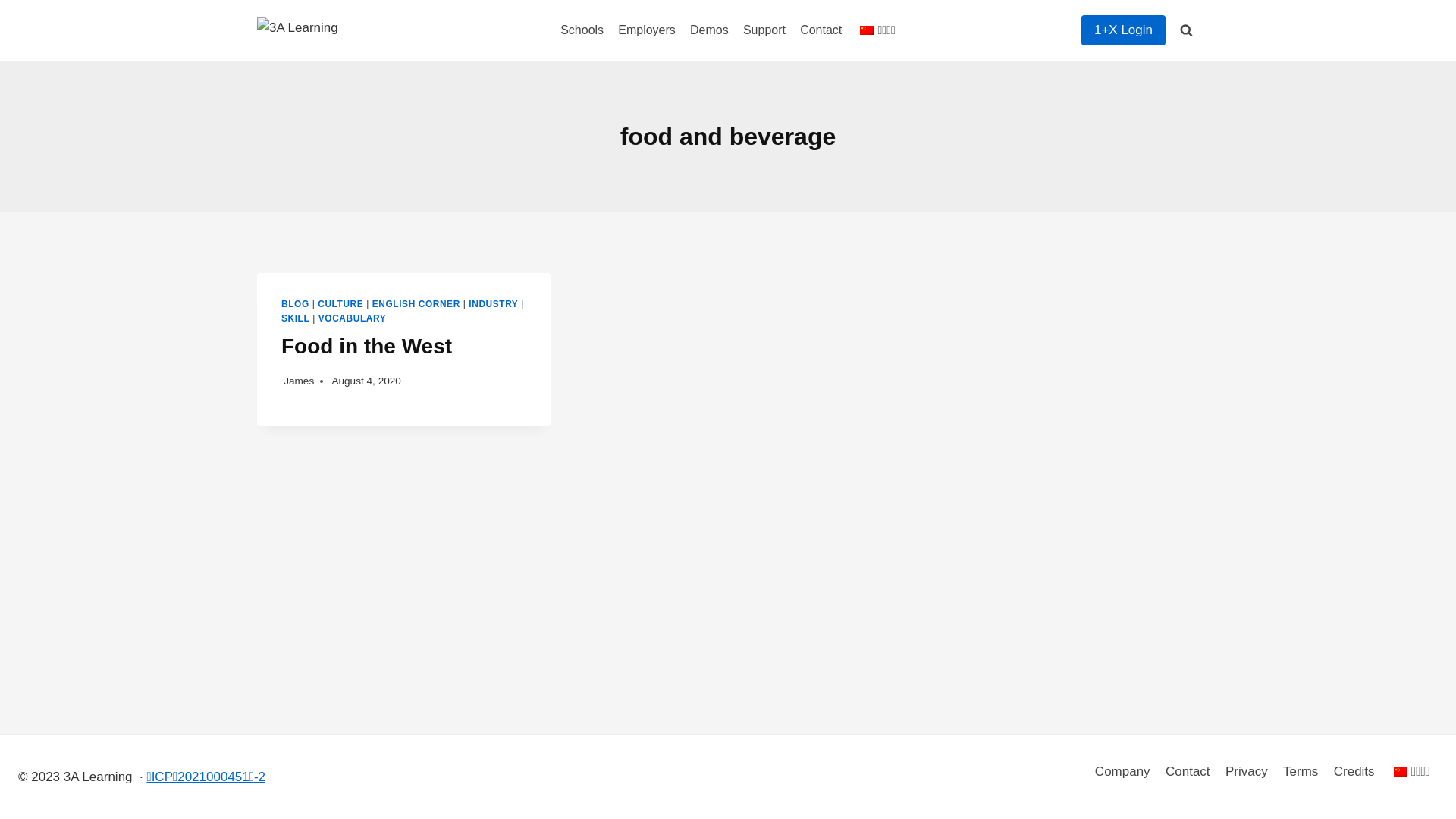 This screenshot has width=1456, height=819. I want to click on 'Food in the West', so click(366, 346).